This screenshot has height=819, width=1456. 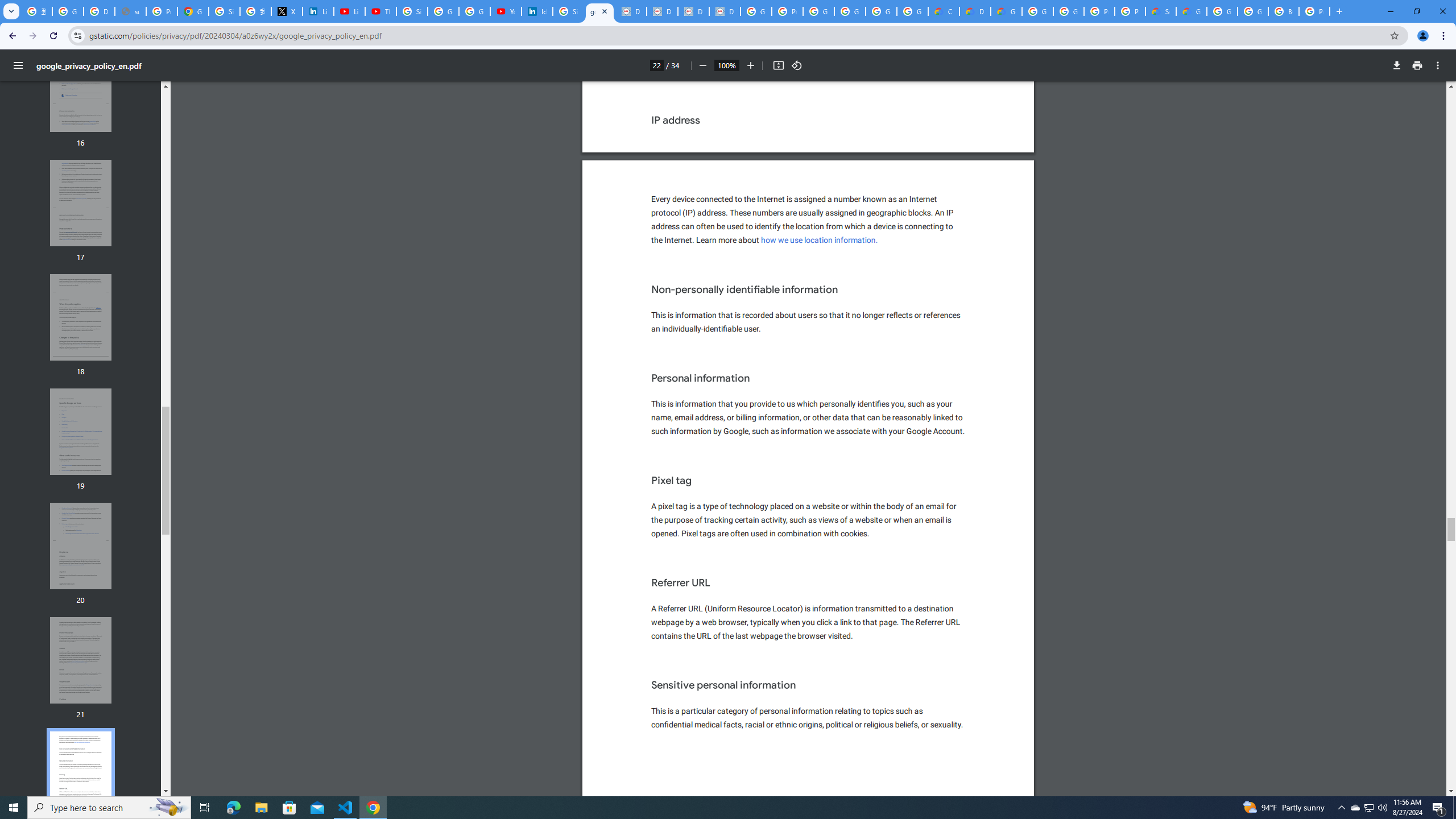 What do you see at coordinates (1037, 11) in the screenshot?
I see `'Google Cloud Platform'` at bounding box center [1037, 11].